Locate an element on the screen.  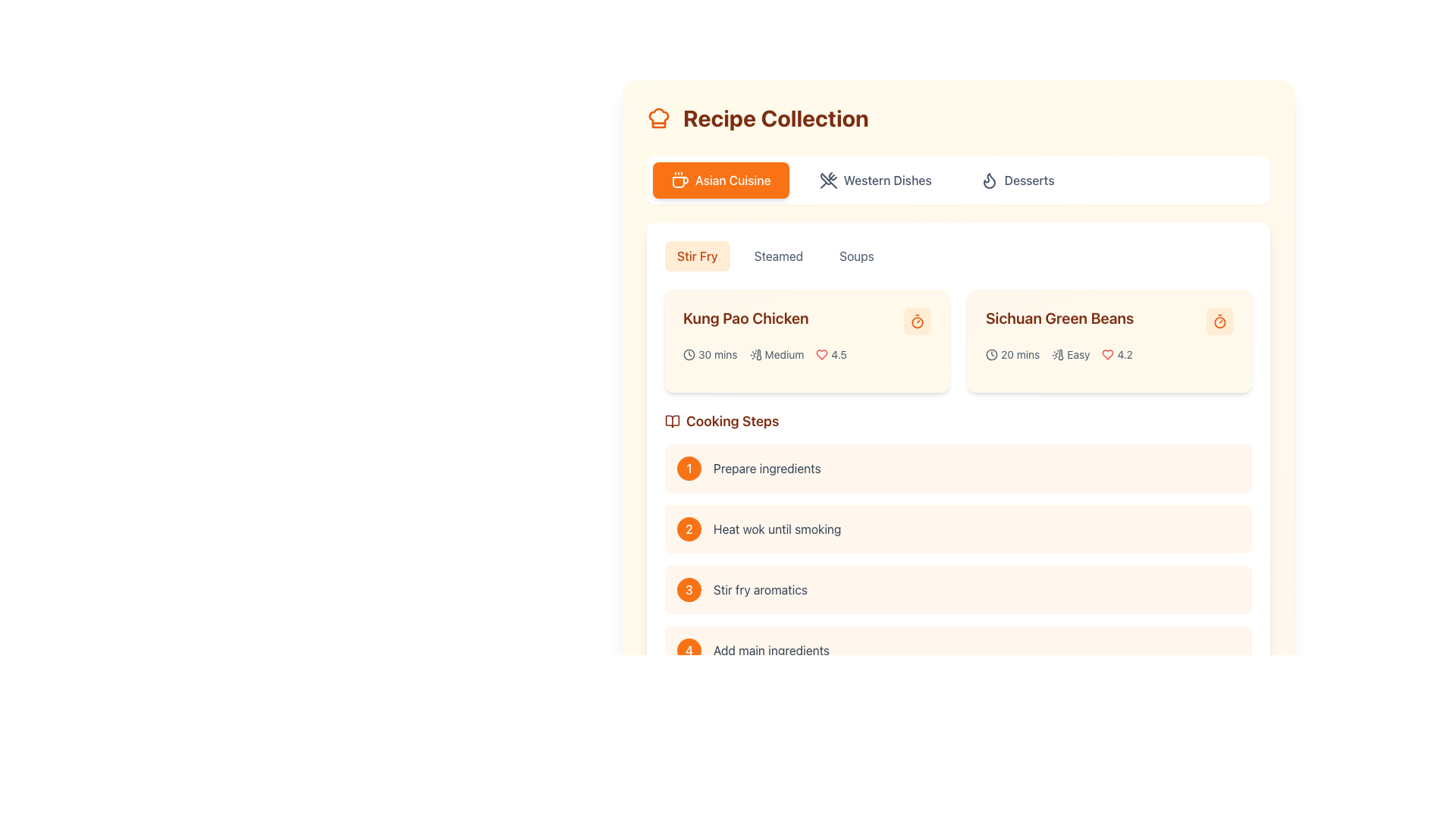
the thermometer-shaped icon with sun-related design details, located adjacent to the 'Medium' text label for 'Kung Pao Chicken' is located at coordinates (755, 354).